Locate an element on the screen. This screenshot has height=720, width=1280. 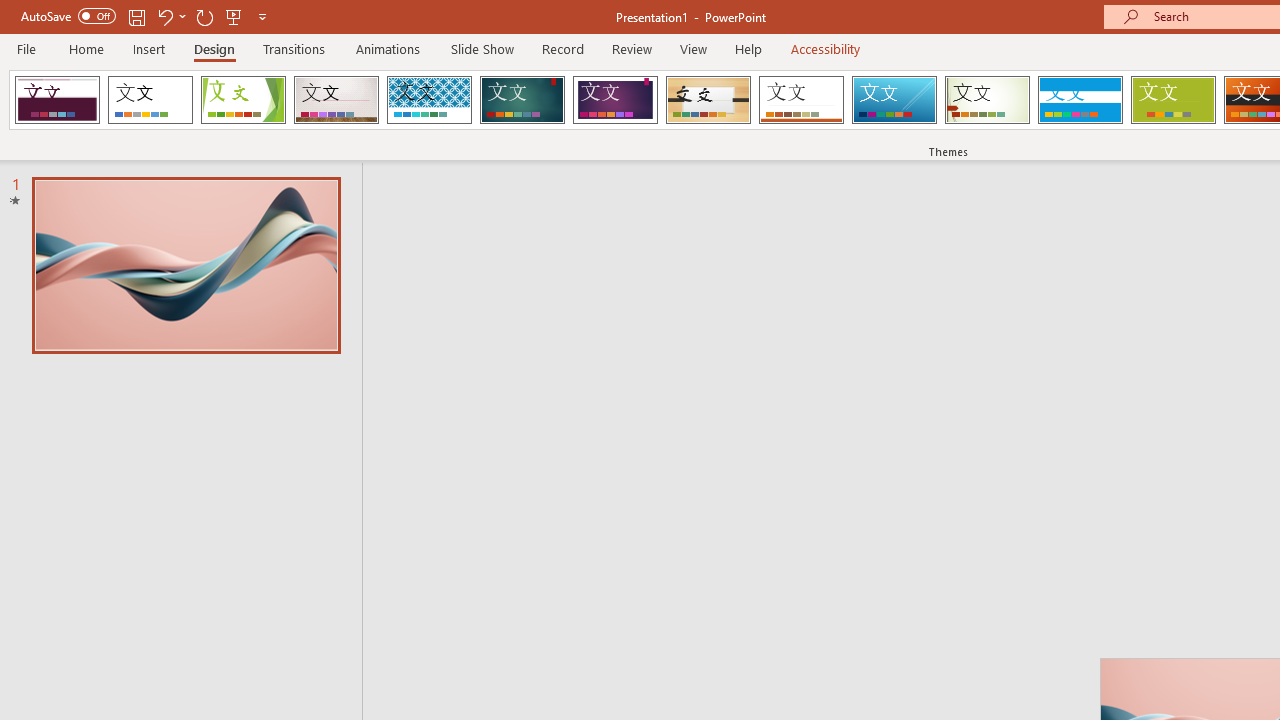
'Banded' is located at coordinates (1079, 100).